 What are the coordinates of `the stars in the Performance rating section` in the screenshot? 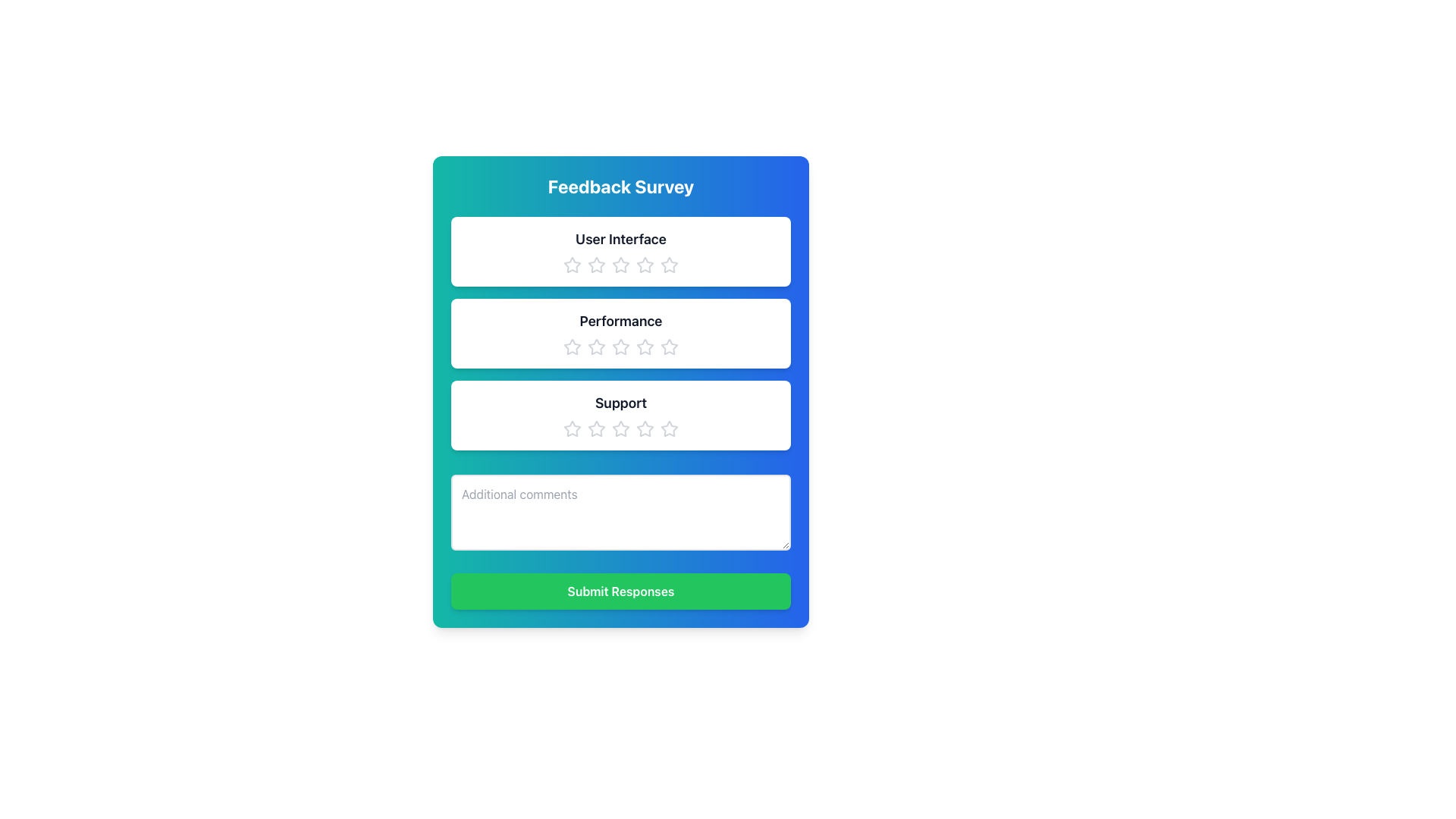 It's located at (621, 332).